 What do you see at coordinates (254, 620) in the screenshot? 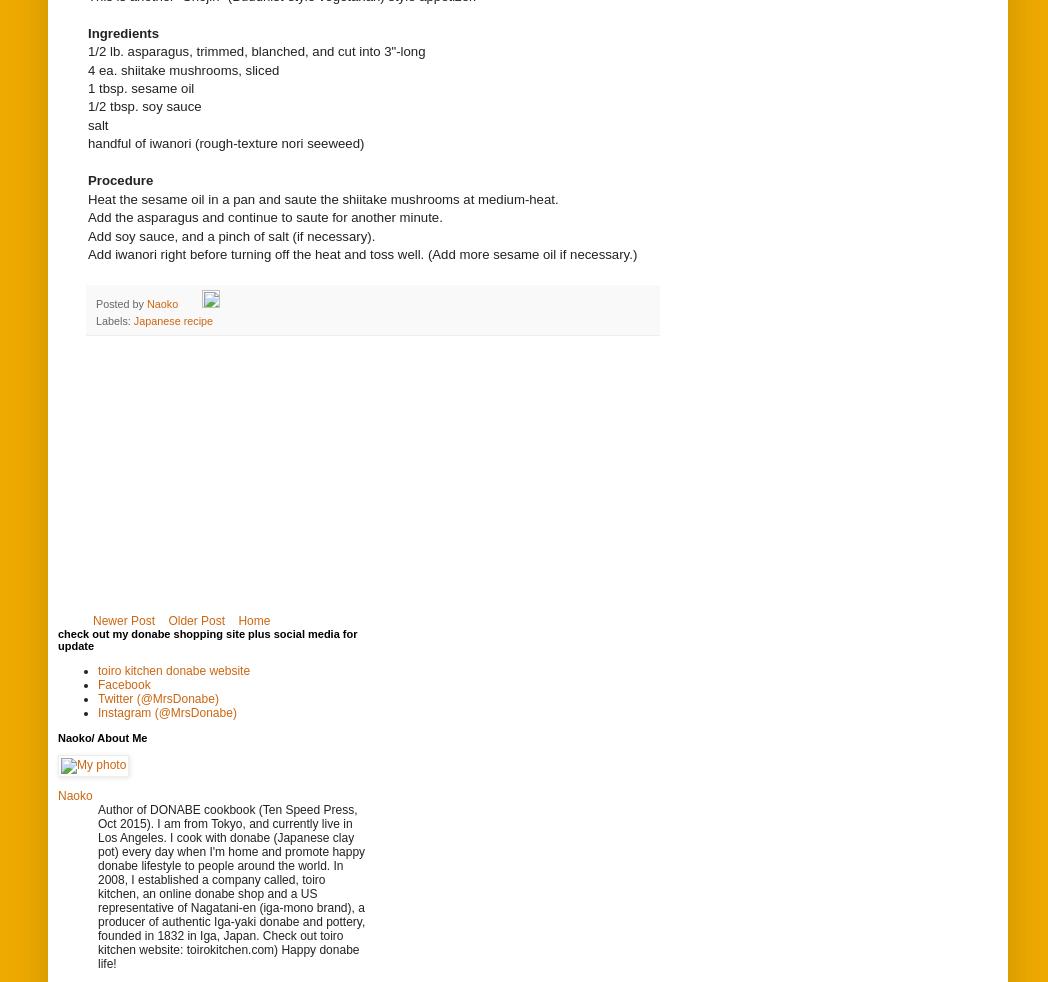
I see `'Home'` at bounding box center [254, 620].